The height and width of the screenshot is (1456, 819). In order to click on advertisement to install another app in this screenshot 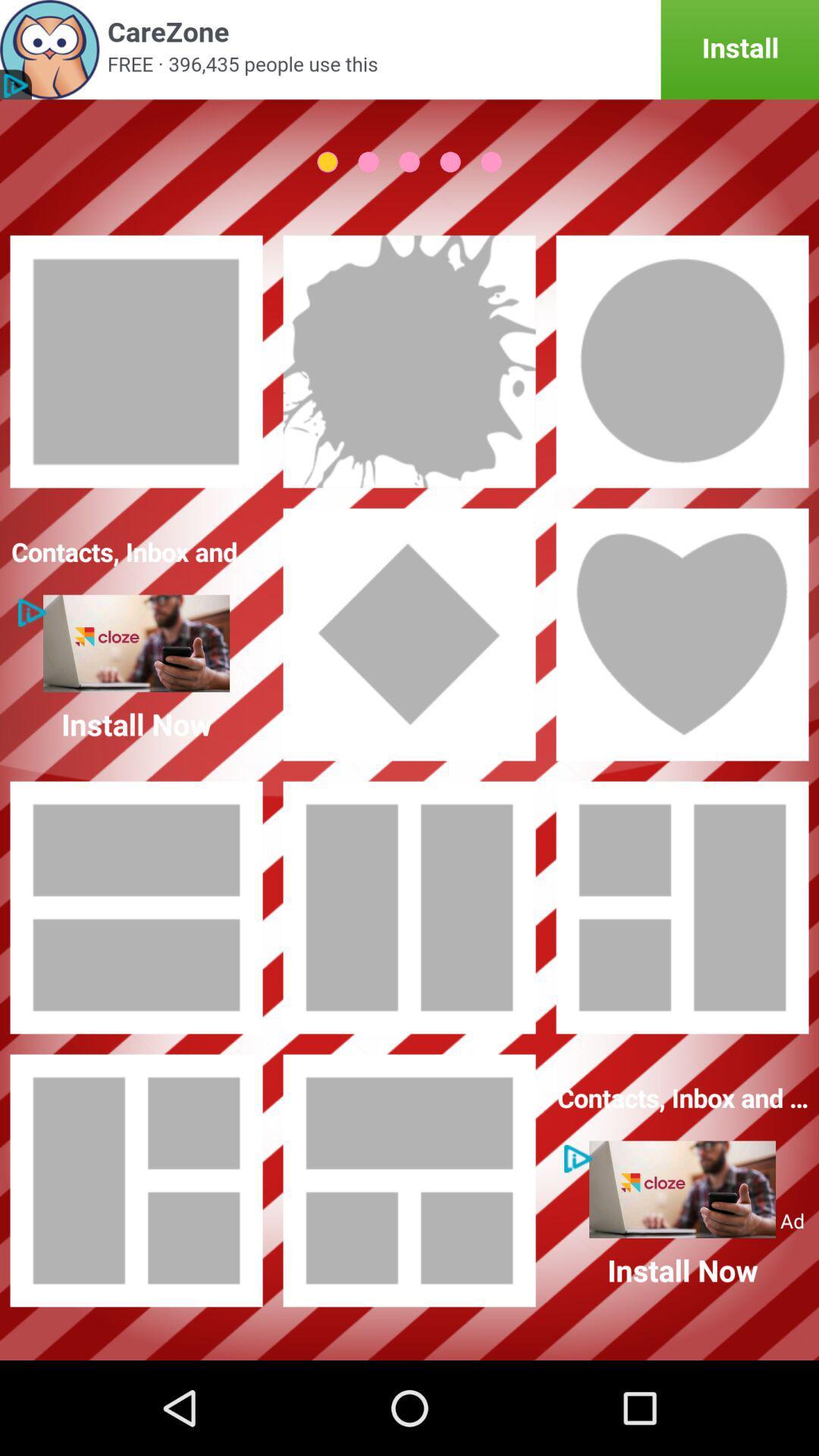, I will do `click(409, 49)`.